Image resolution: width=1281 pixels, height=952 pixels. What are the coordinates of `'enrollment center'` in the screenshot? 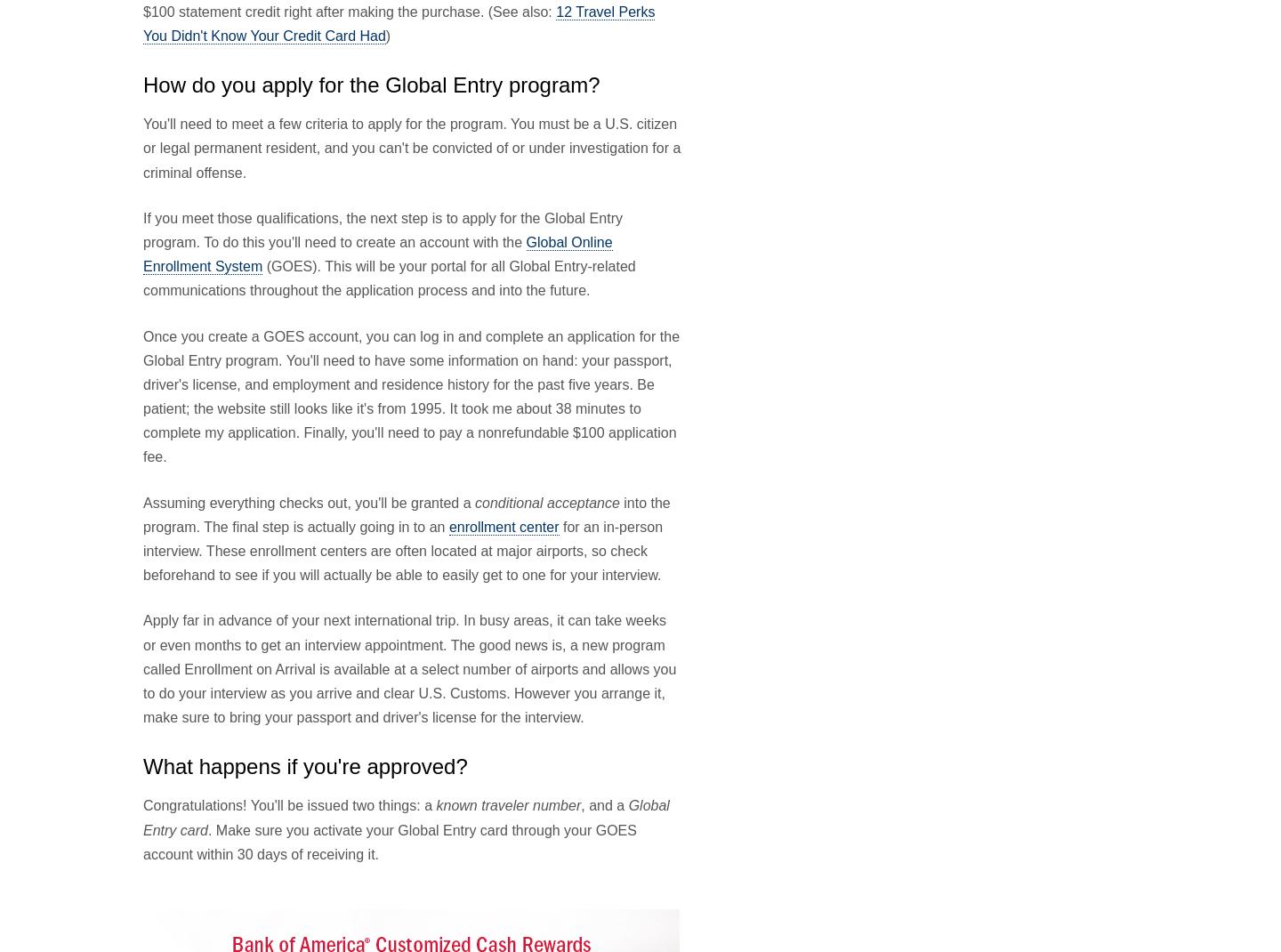 It's located at (447, 525).